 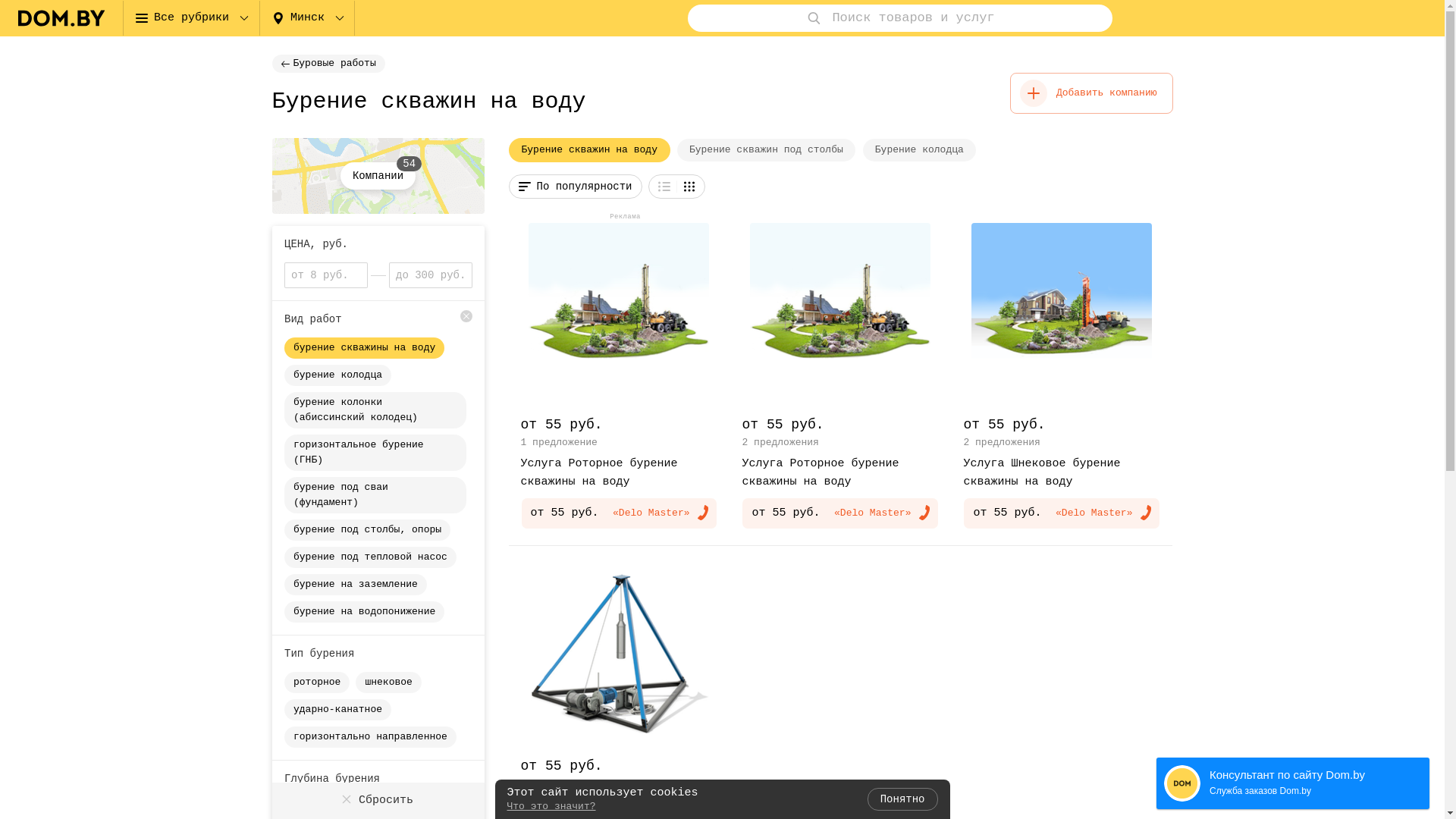 What do you see at coordinates (61, 17) in the screenshot?
I see `'logo'` at bounding box center [61, 17].